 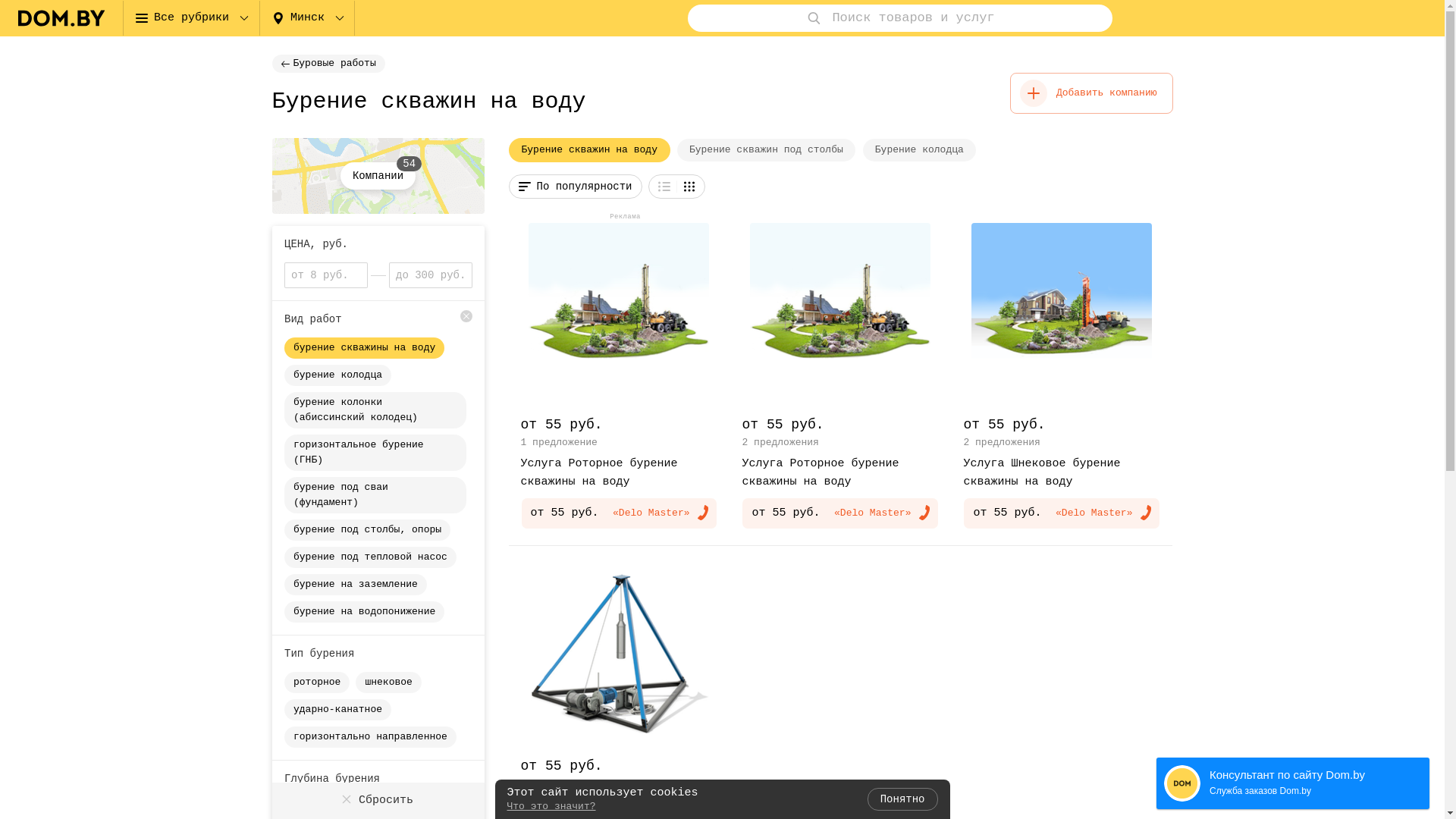 What do you see at coordinates (61, 17) in the screenshot?
I see `'logo'` at bounding box center [61, 17].